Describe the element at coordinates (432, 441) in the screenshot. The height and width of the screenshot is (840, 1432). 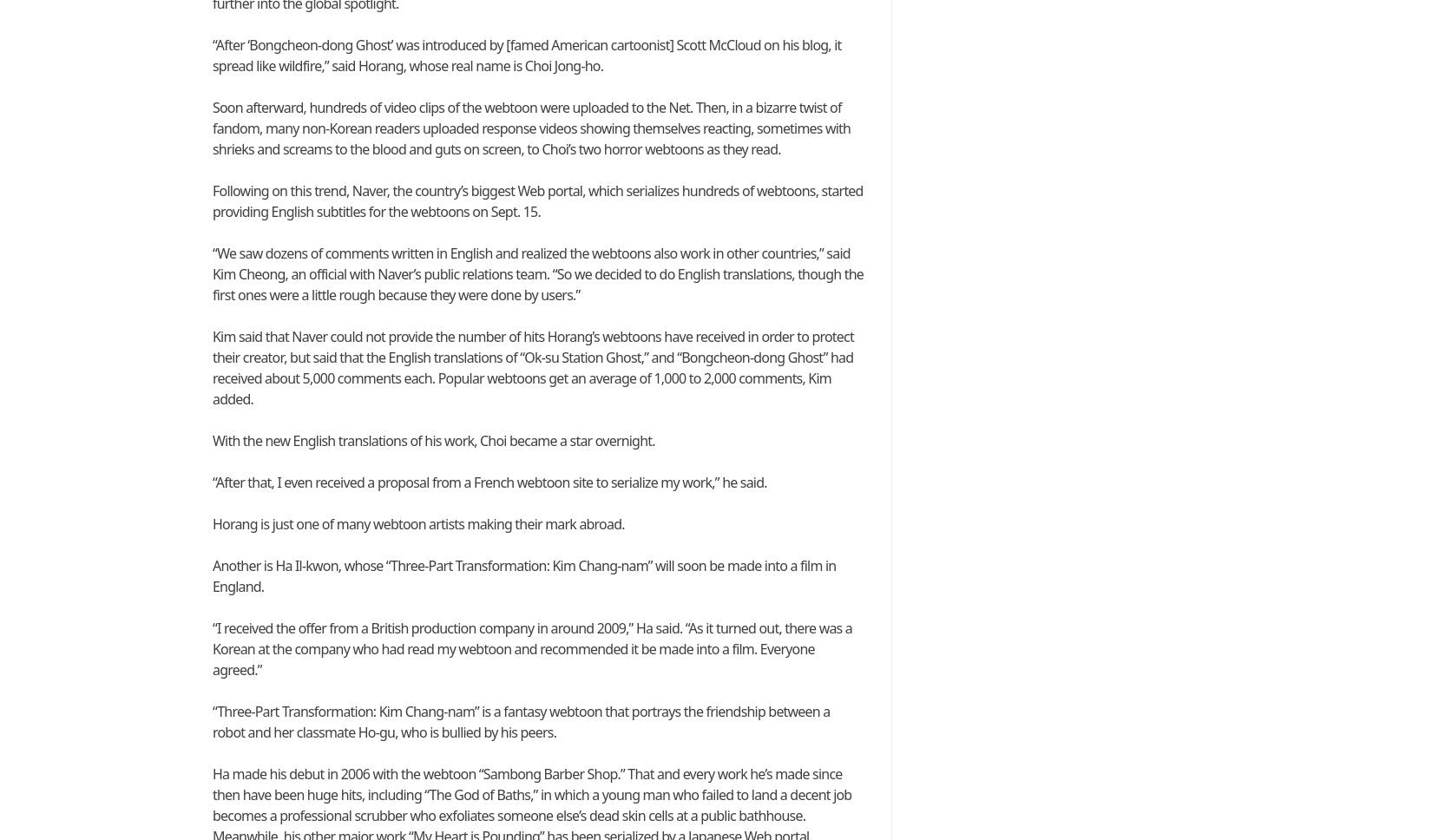
I see `'With the new English translations of his work, Choi became a star overnight.'` at that location.